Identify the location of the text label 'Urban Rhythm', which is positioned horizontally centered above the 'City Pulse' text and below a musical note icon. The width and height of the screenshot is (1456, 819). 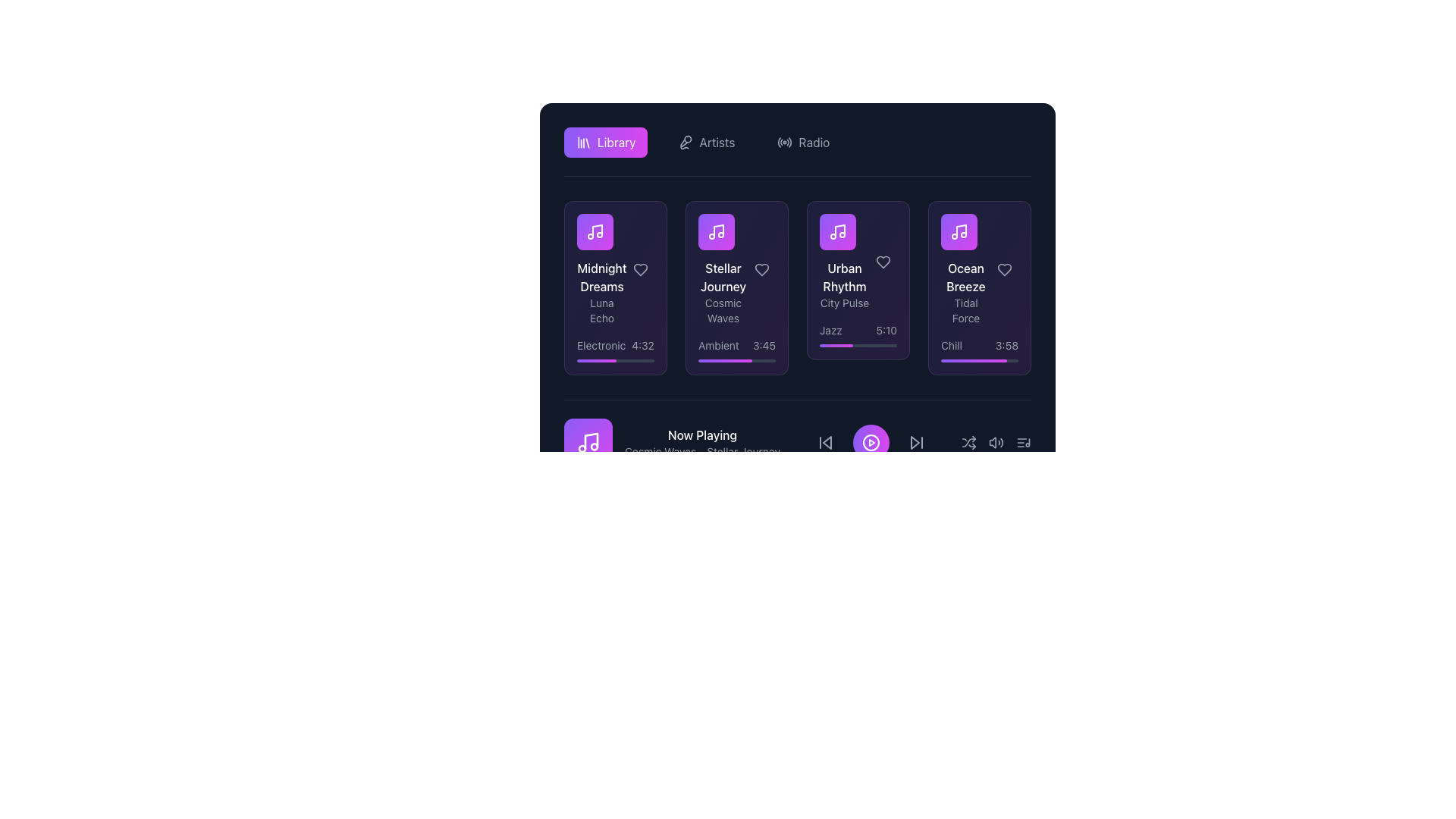
(843, 278).